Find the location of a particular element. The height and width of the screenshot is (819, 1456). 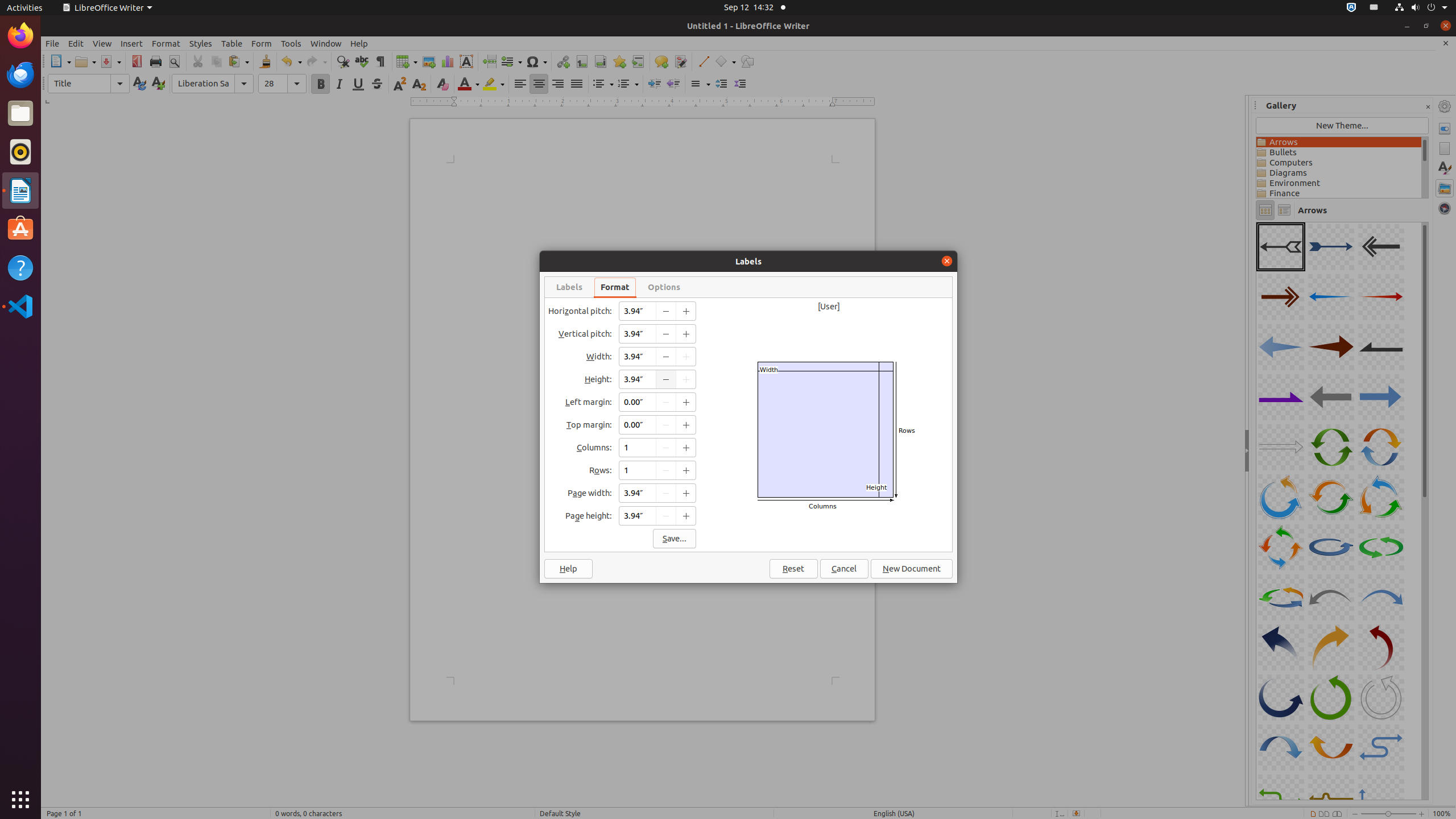

'Show Applications' is located at coordinates (20, 799).